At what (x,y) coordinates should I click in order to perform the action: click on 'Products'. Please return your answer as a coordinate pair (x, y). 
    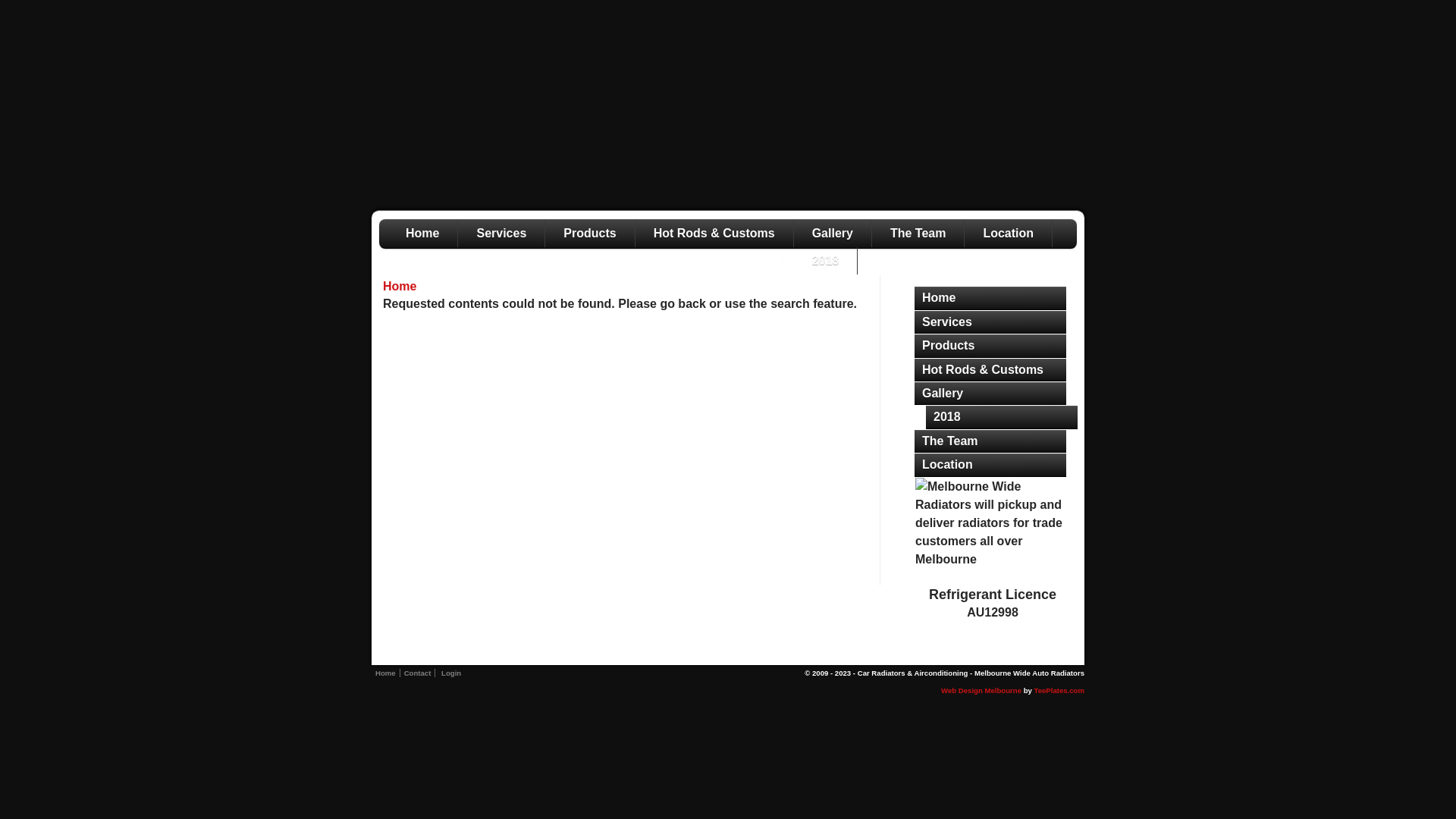
    Looking at the image, I should click on (588, 234).